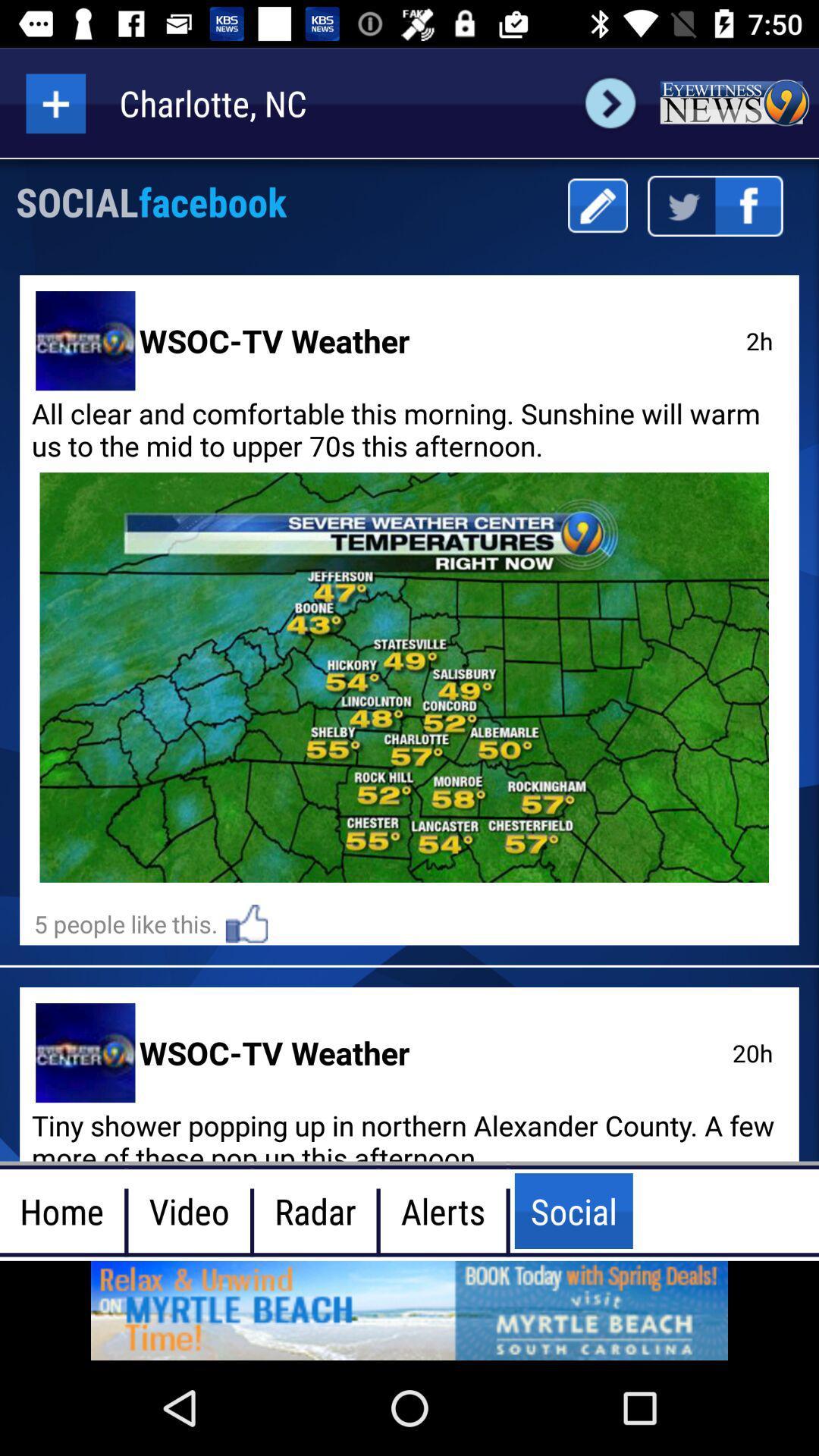 The height and width of the screenshot is (1456, 819). What do you see at coordinates (55, 102) in the screenshot?
I see `more option` at bounding box center [55, 102].